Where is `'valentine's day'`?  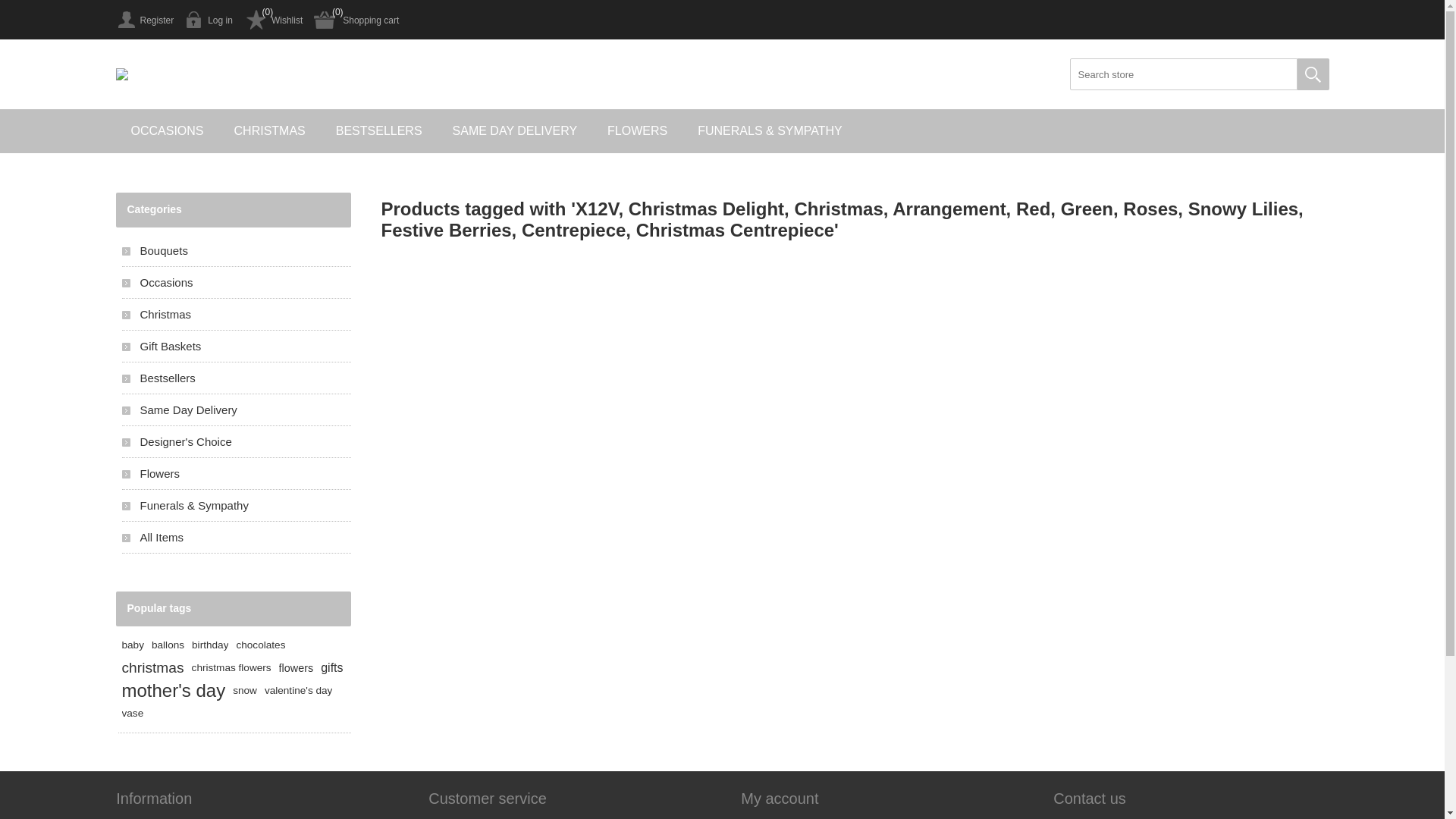
'valentine's day' is located at coordinates (298, 690).